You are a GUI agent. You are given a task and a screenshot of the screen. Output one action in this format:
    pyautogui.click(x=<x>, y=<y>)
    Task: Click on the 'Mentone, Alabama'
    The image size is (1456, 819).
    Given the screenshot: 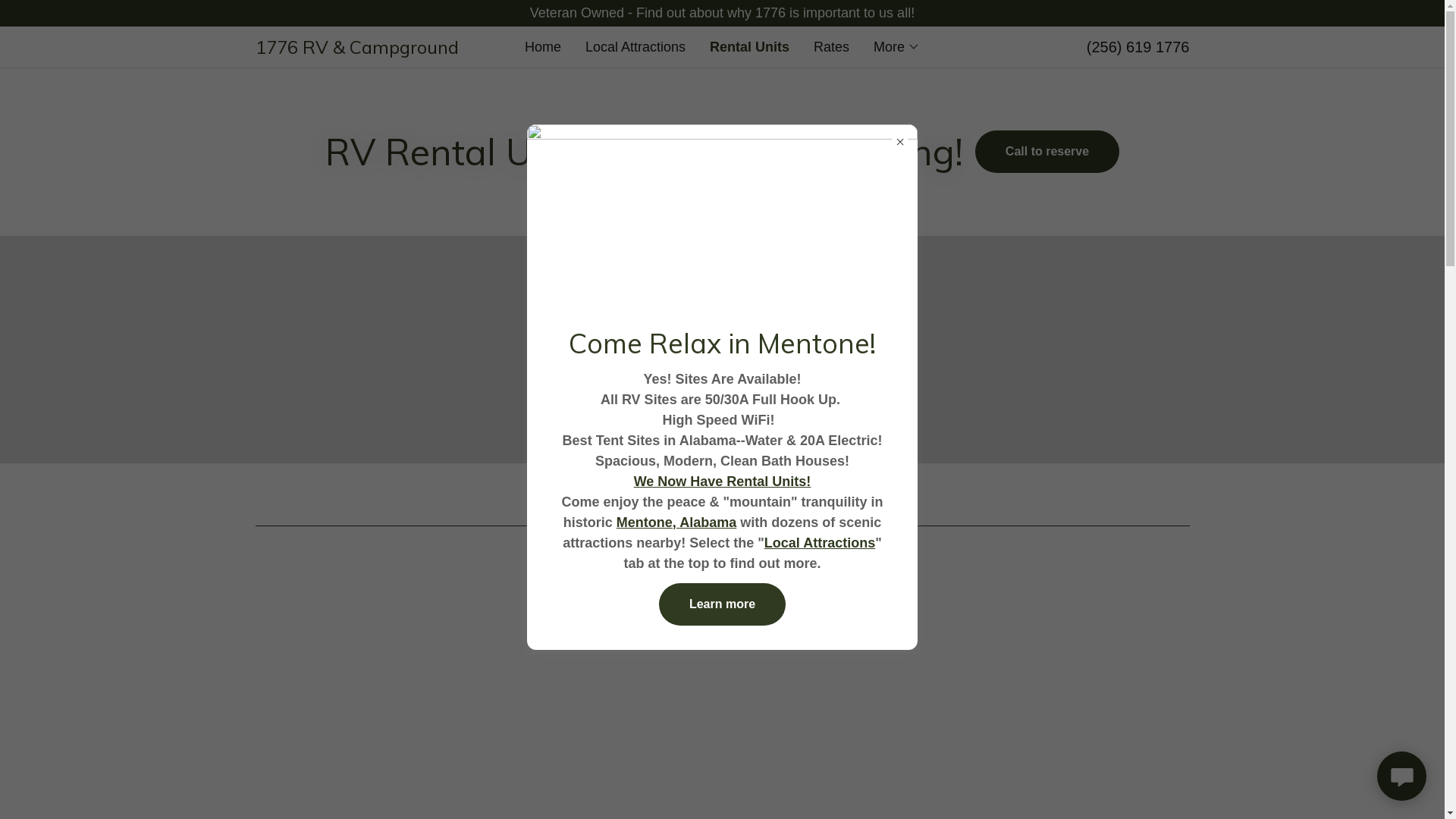 What is the action you would take?
    pyautogui.click(x=676, y=520)
    